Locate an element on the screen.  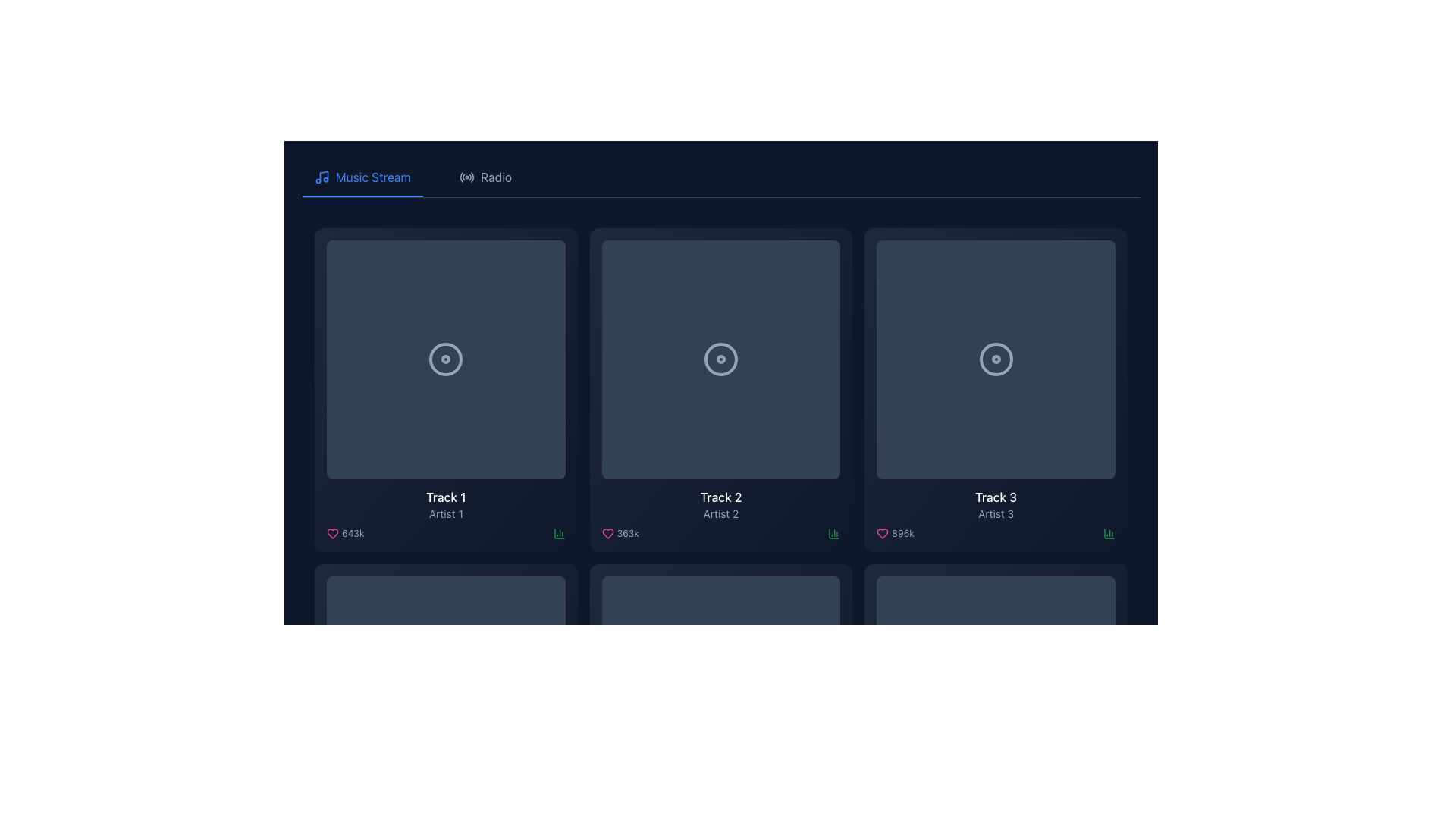
the icon located at the bottom right corner of the card for 'Track 1' is located at coordinates (833, 532).